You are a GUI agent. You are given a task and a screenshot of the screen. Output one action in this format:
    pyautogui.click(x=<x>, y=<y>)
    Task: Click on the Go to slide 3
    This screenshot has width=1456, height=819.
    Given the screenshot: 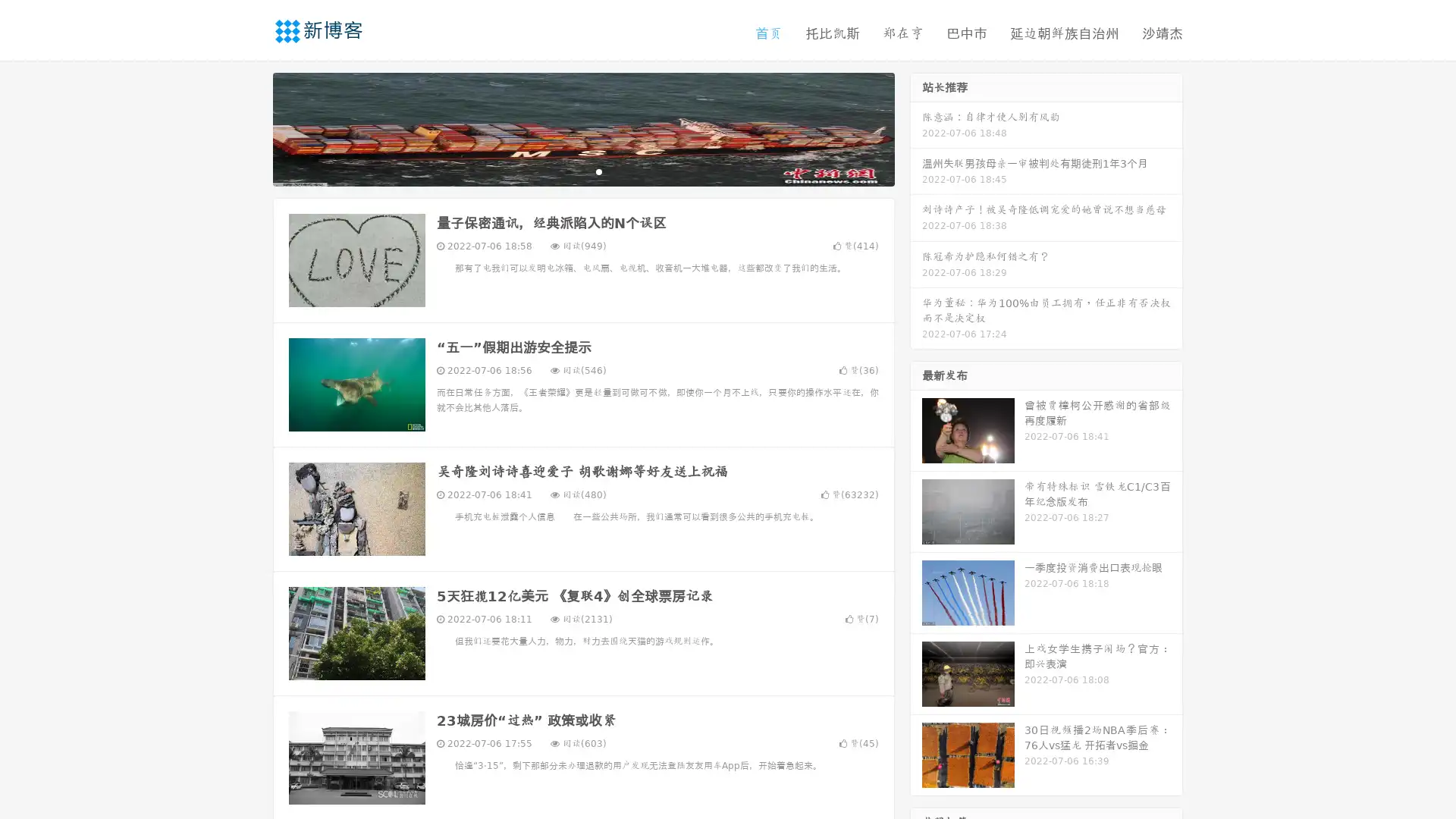 What is the action you would take?
    pyautogui.click(x=598, y=171)
    